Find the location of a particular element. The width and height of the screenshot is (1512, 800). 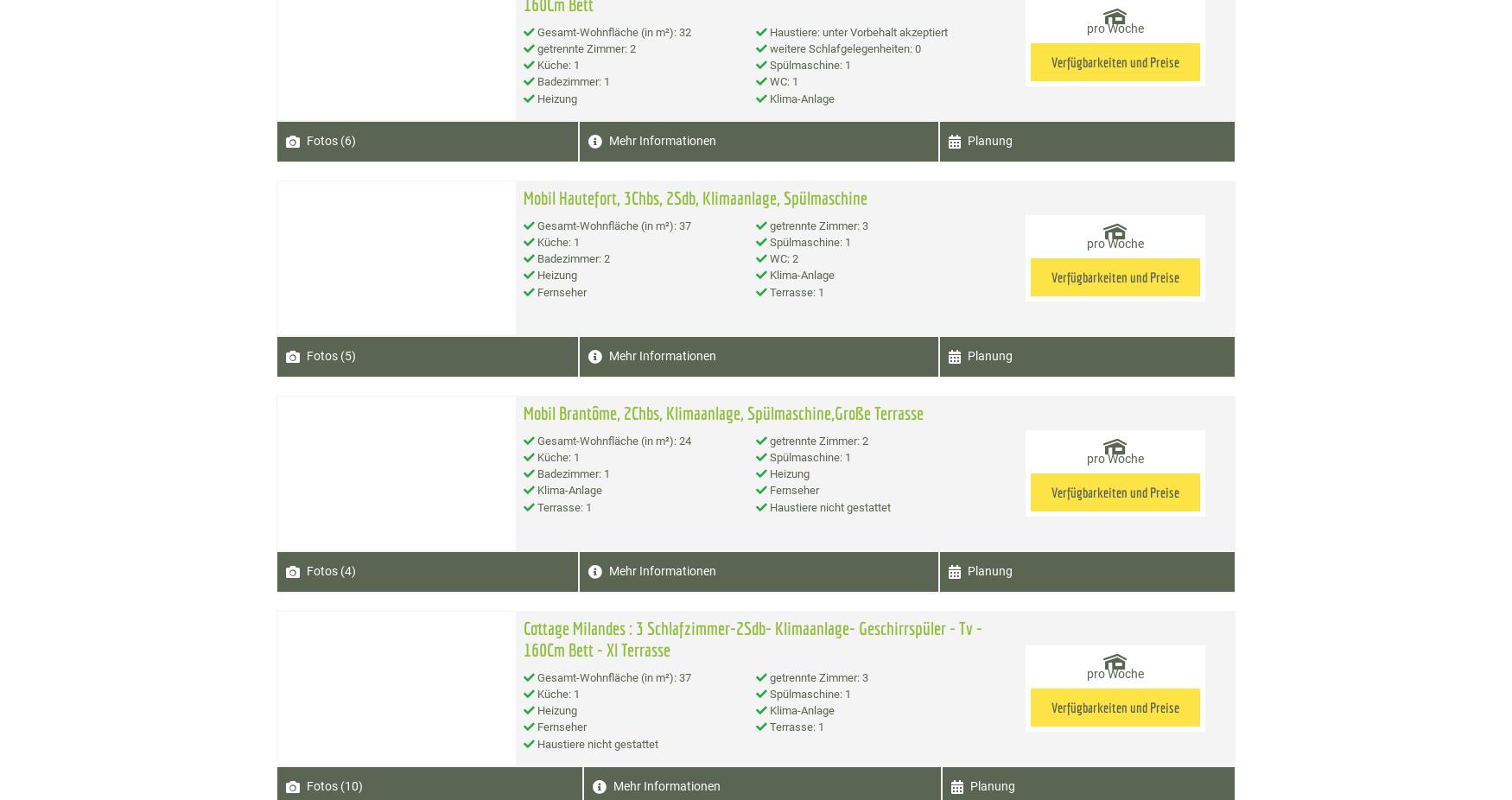

'Mobil  Hautefort, 3Chbs, 2Sdb, Klimaanlage, Spülmaschine' is located at coordinates (522, 195).